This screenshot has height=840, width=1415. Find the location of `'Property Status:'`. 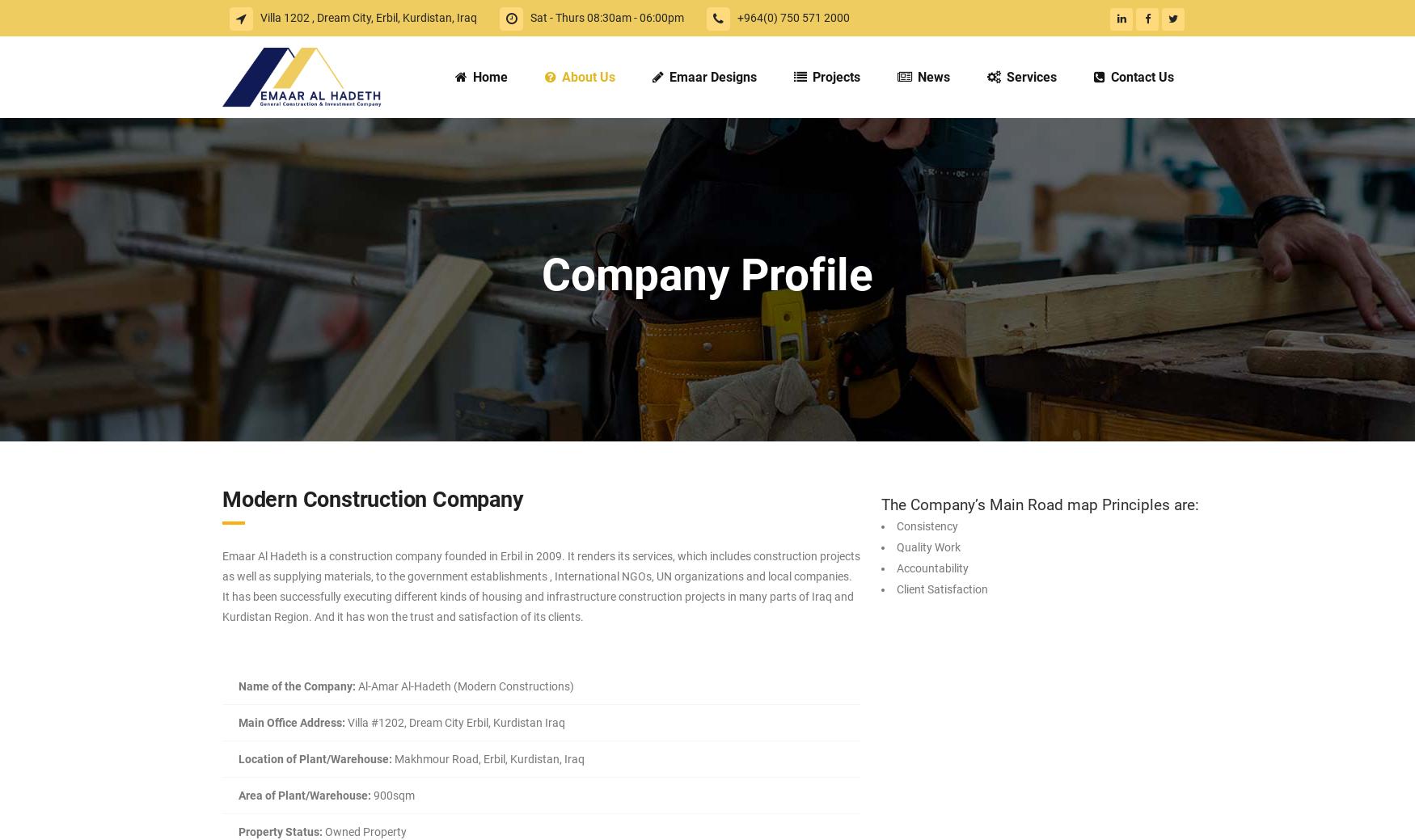

'Property Status:' is located at coordinates (281, 832).